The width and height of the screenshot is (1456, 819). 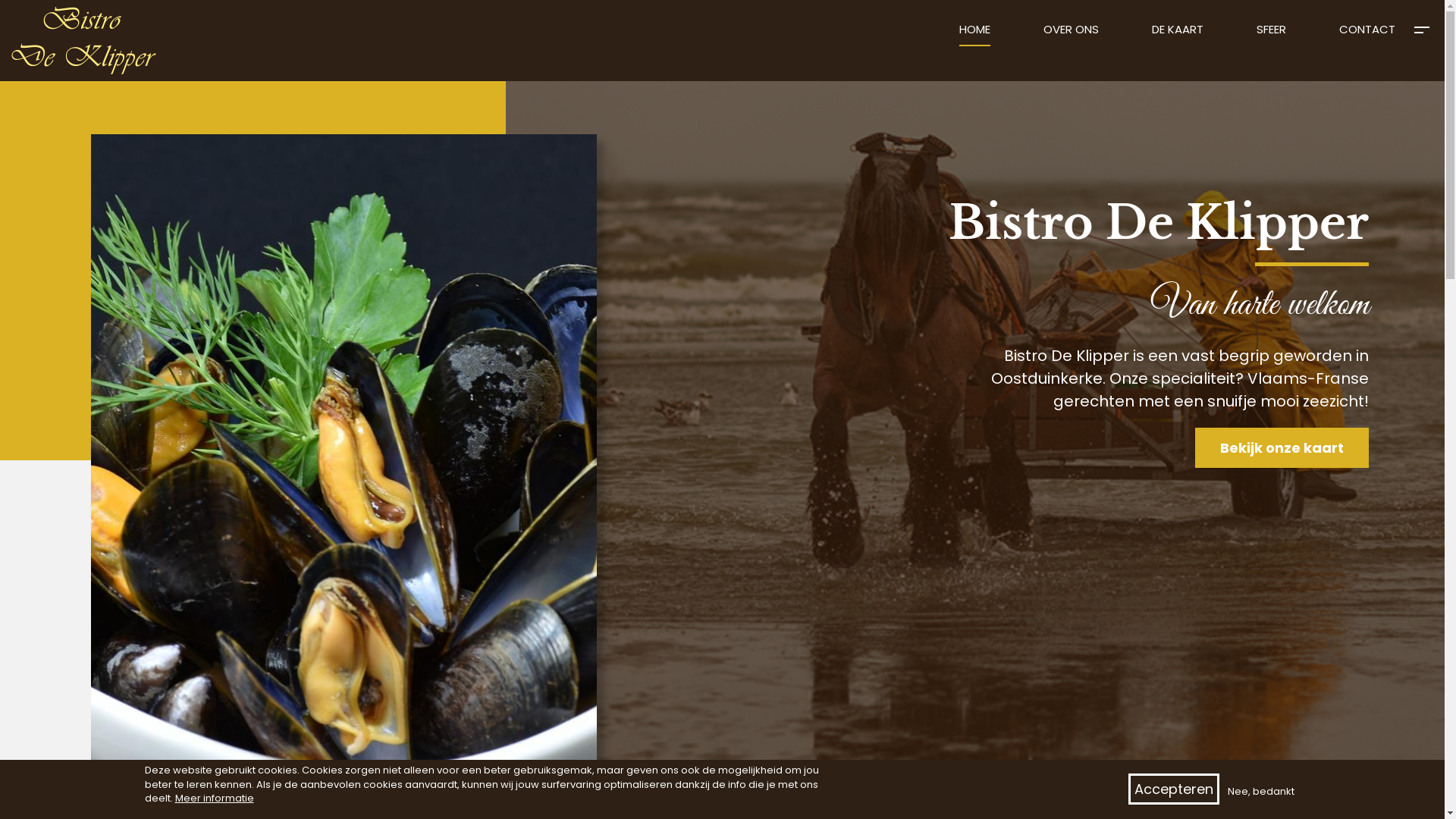 I want to click on 'OVER ONS', so click(x=1043, y=34).